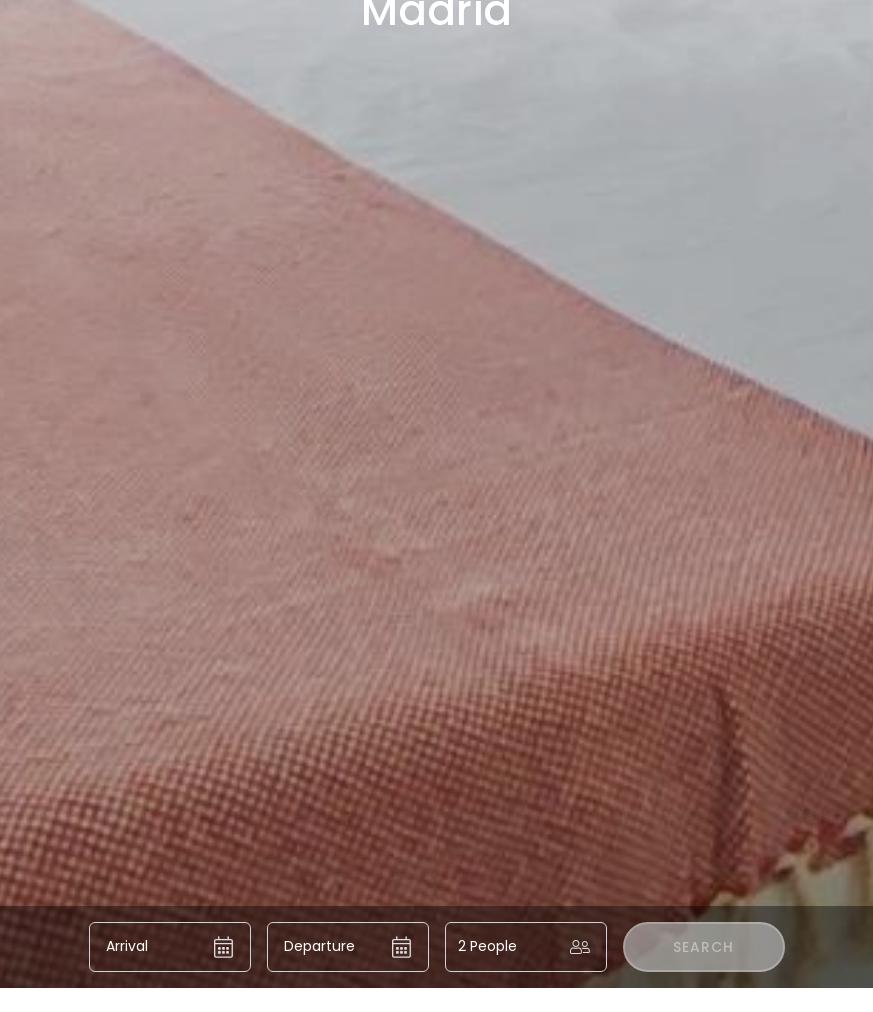 The height and width of the screenshot is (1012, 873). What do you see at coordinates (357, 777) in the screenshot?
I see `'Investors'` at bounding box center [357, 777].